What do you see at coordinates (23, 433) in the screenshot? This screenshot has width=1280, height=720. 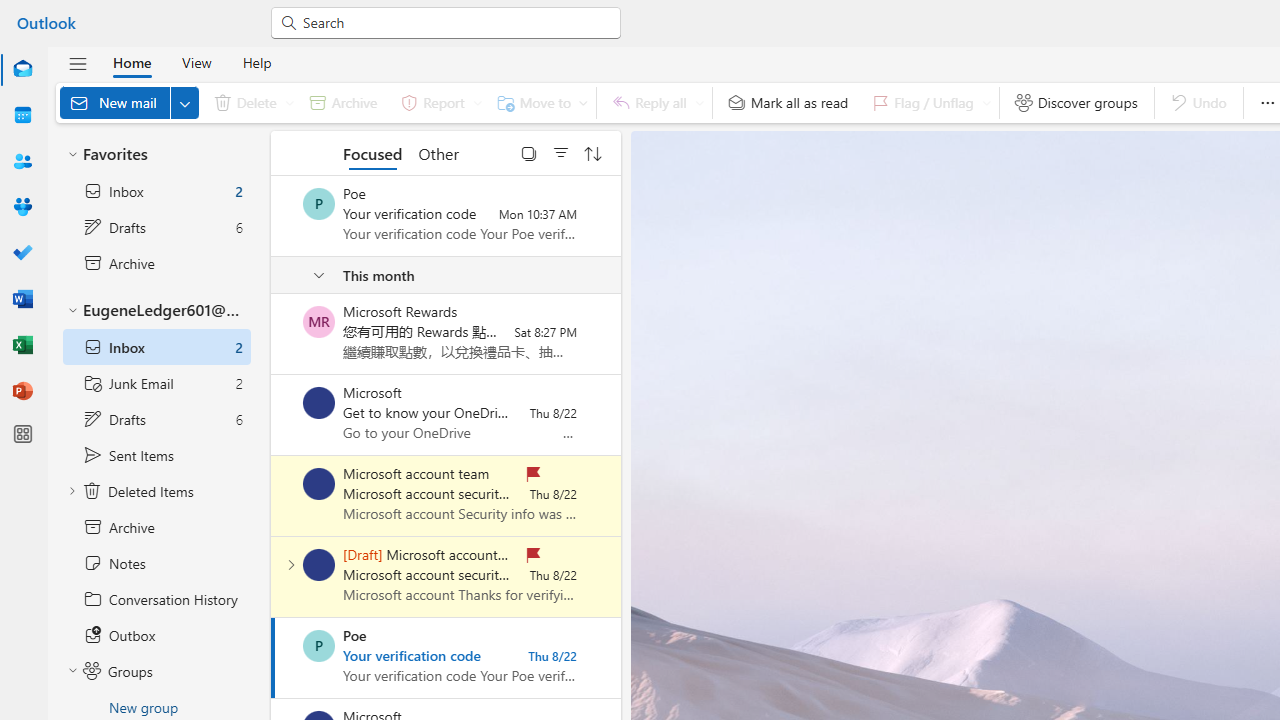 I see `'More apps'` at bounding box center [23, 433].